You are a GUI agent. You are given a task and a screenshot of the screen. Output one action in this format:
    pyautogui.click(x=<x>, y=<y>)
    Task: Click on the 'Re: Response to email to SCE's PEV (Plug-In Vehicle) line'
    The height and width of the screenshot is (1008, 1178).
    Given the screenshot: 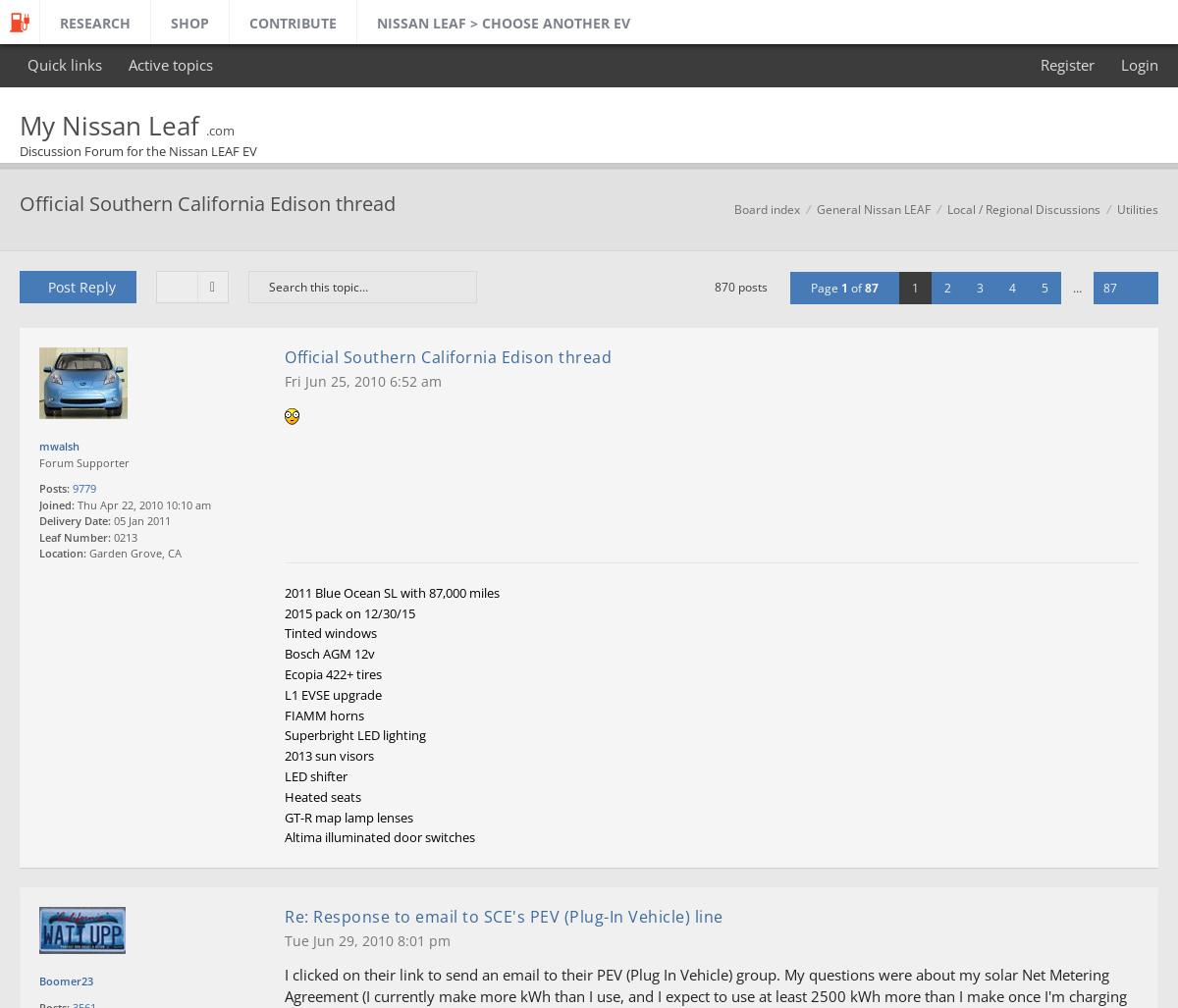 What is the action you would take?
    pyautogui.click(x=284, y=916)
    